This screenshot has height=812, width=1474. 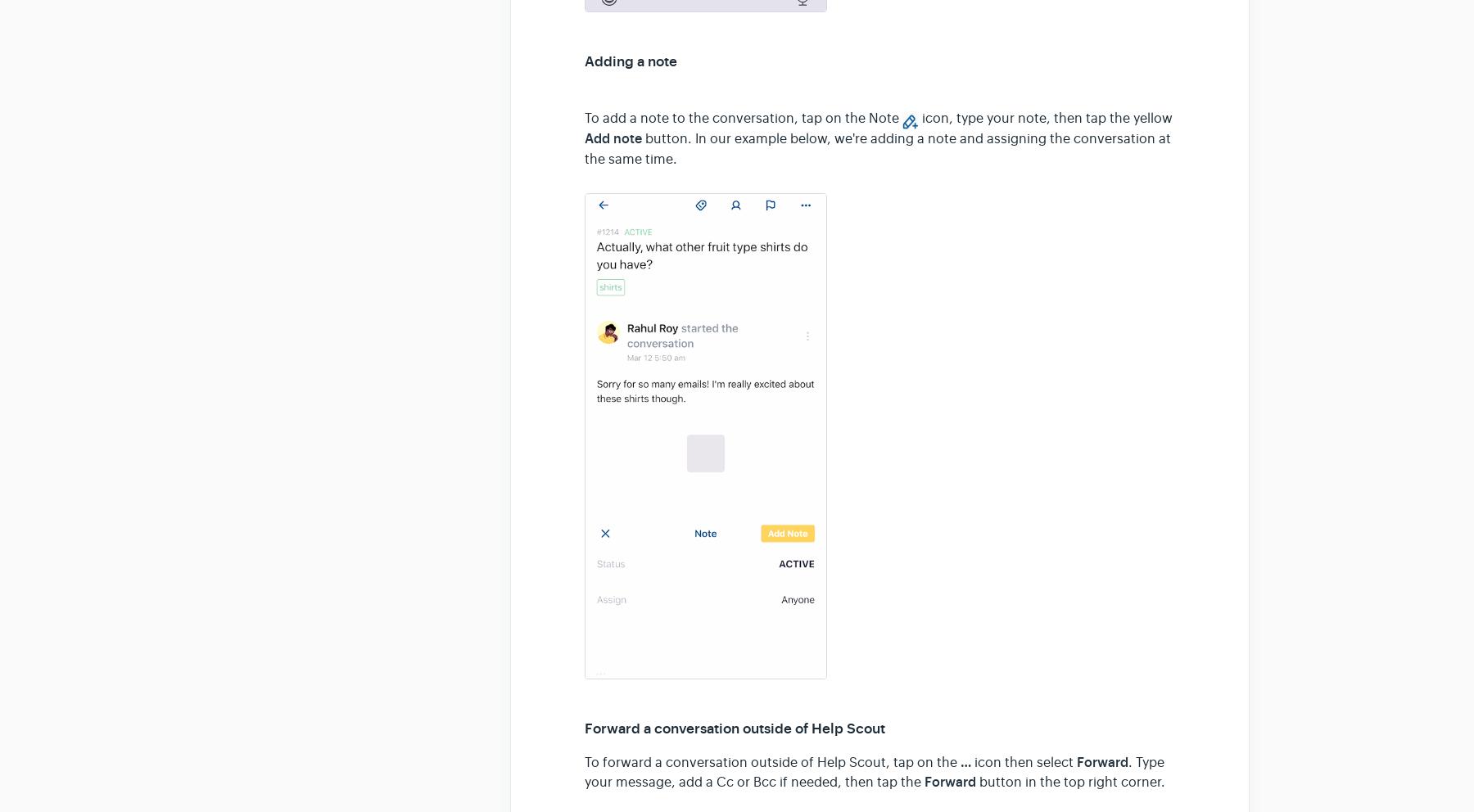 What do you see at coordinates (735, 729) in the screenshot?
I see `'Forward a conversation outside of Help Scout'` at bounding box center [735, 729].